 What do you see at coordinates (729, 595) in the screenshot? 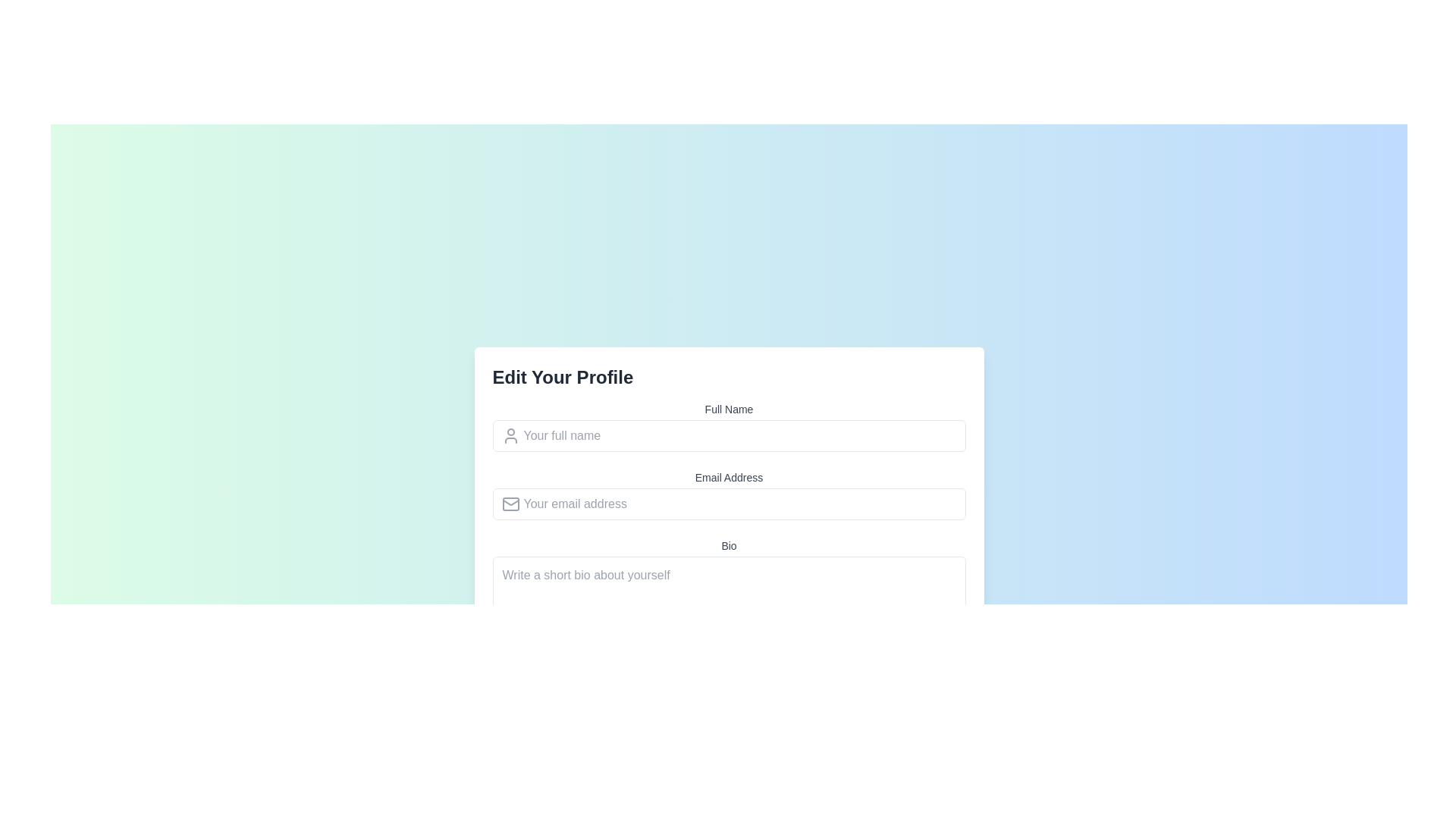
I see `the cursor` at bounding box center [729, 595].